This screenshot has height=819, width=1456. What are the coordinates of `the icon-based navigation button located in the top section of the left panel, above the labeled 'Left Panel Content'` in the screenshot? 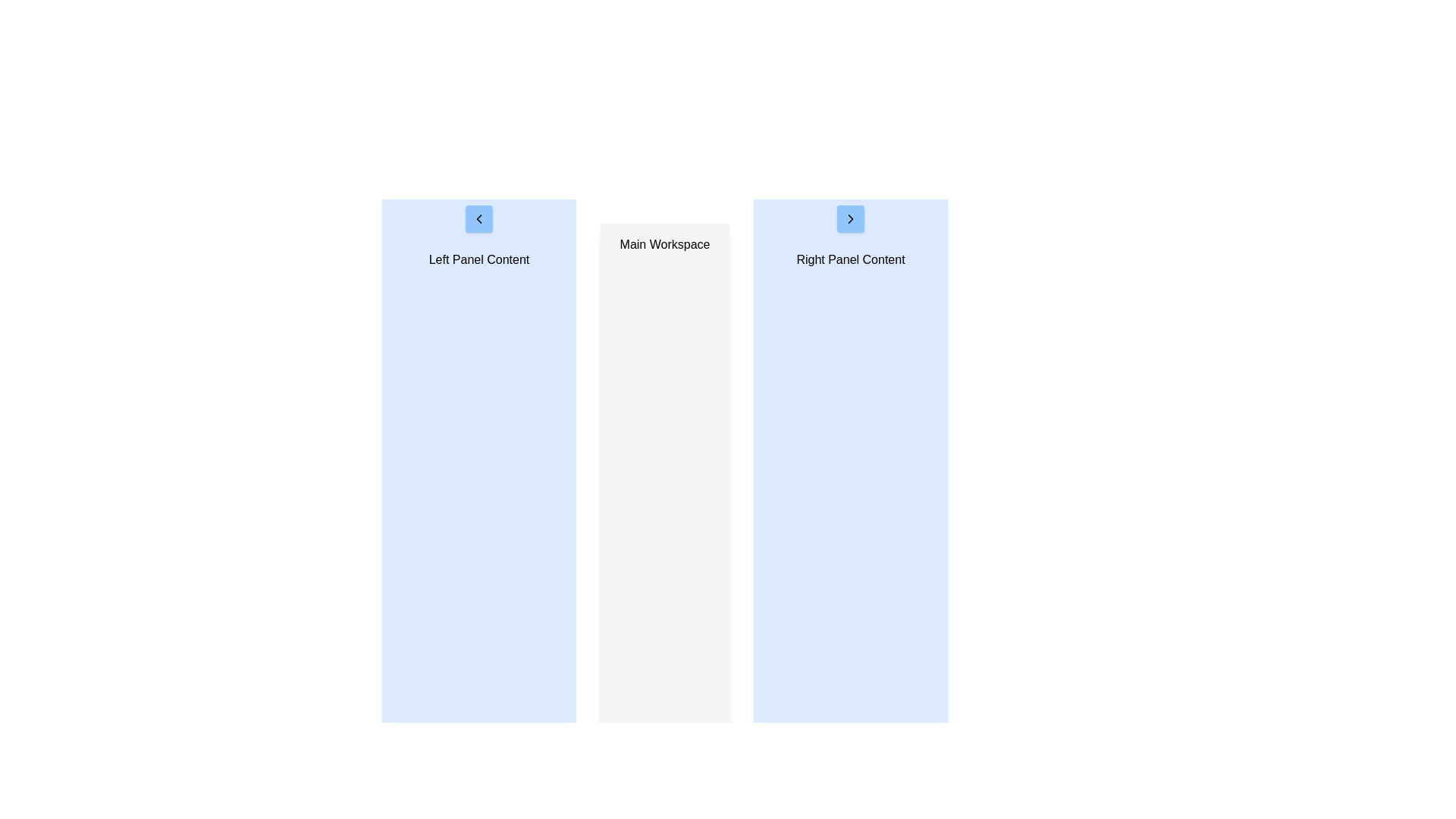 It's located at (479, 219).